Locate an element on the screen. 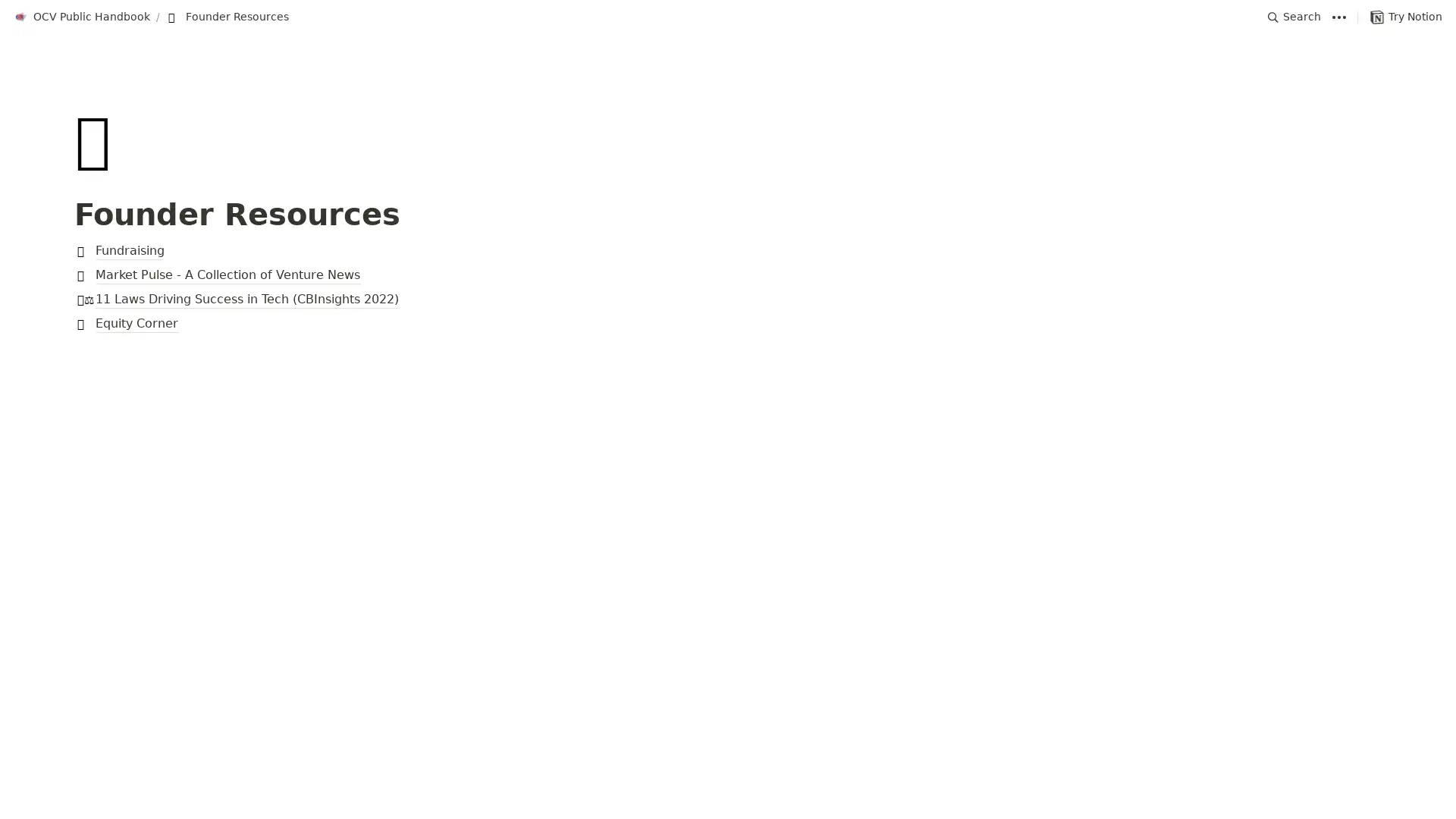 This screenshot has height=819, width=1456. OCV Public Handbook is located at coordinates (81, 17).